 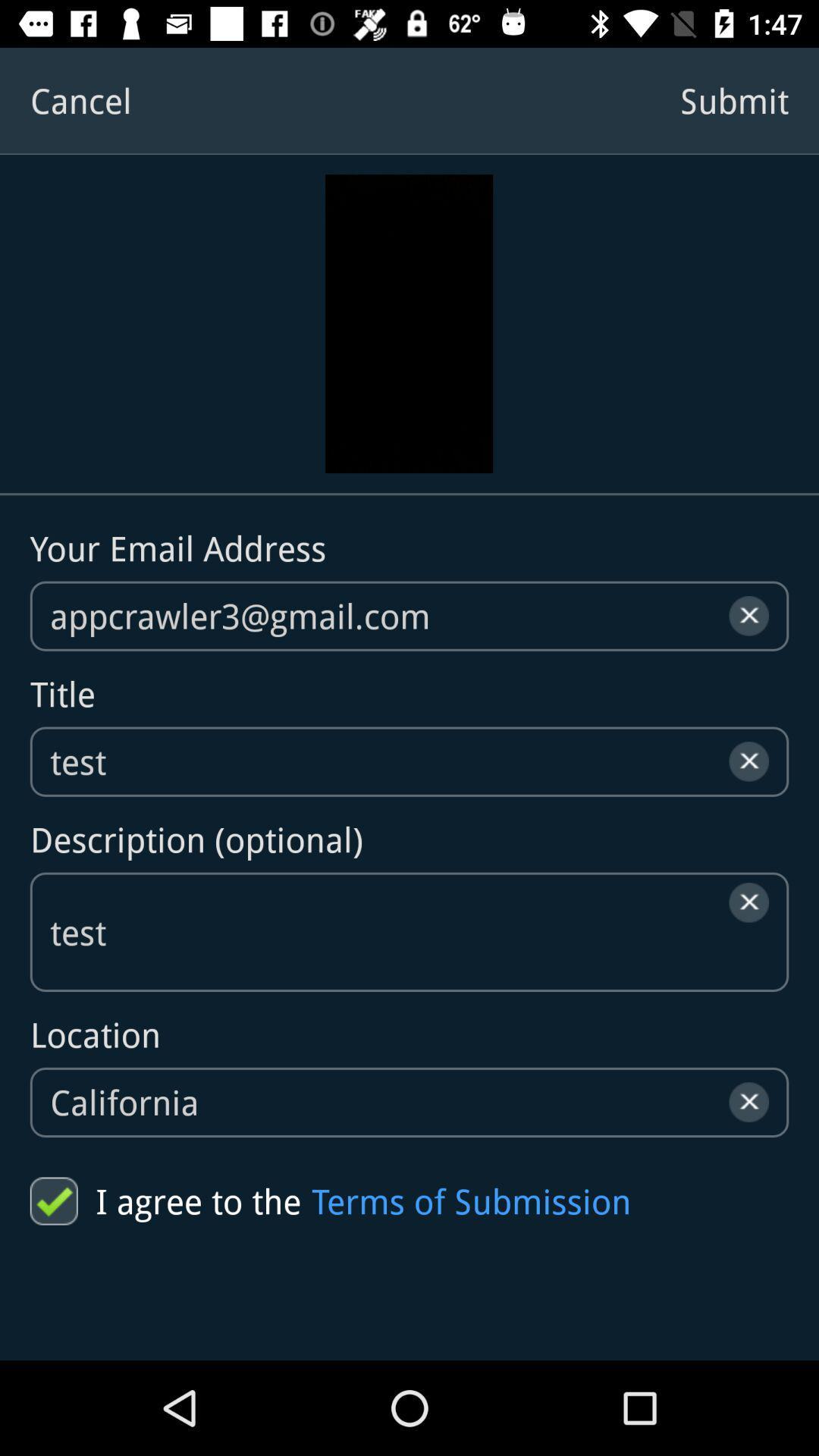 What do you see at coordinates (748, 761) in the screenshot?
I see `the close icon` at bounding box center [748, 761].